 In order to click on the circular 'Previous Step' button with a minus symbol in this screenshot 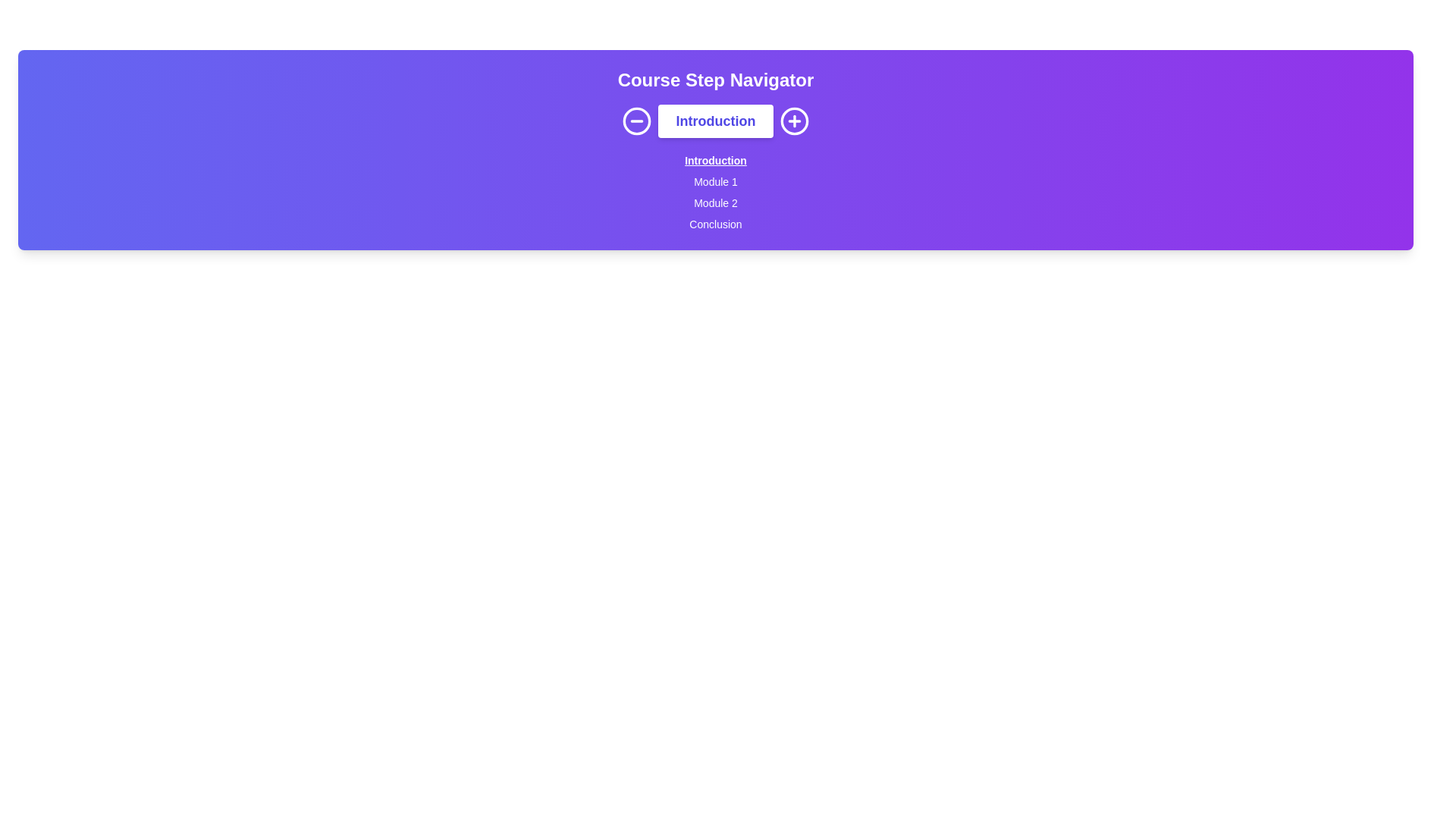, I will do `click(636, 120)`.